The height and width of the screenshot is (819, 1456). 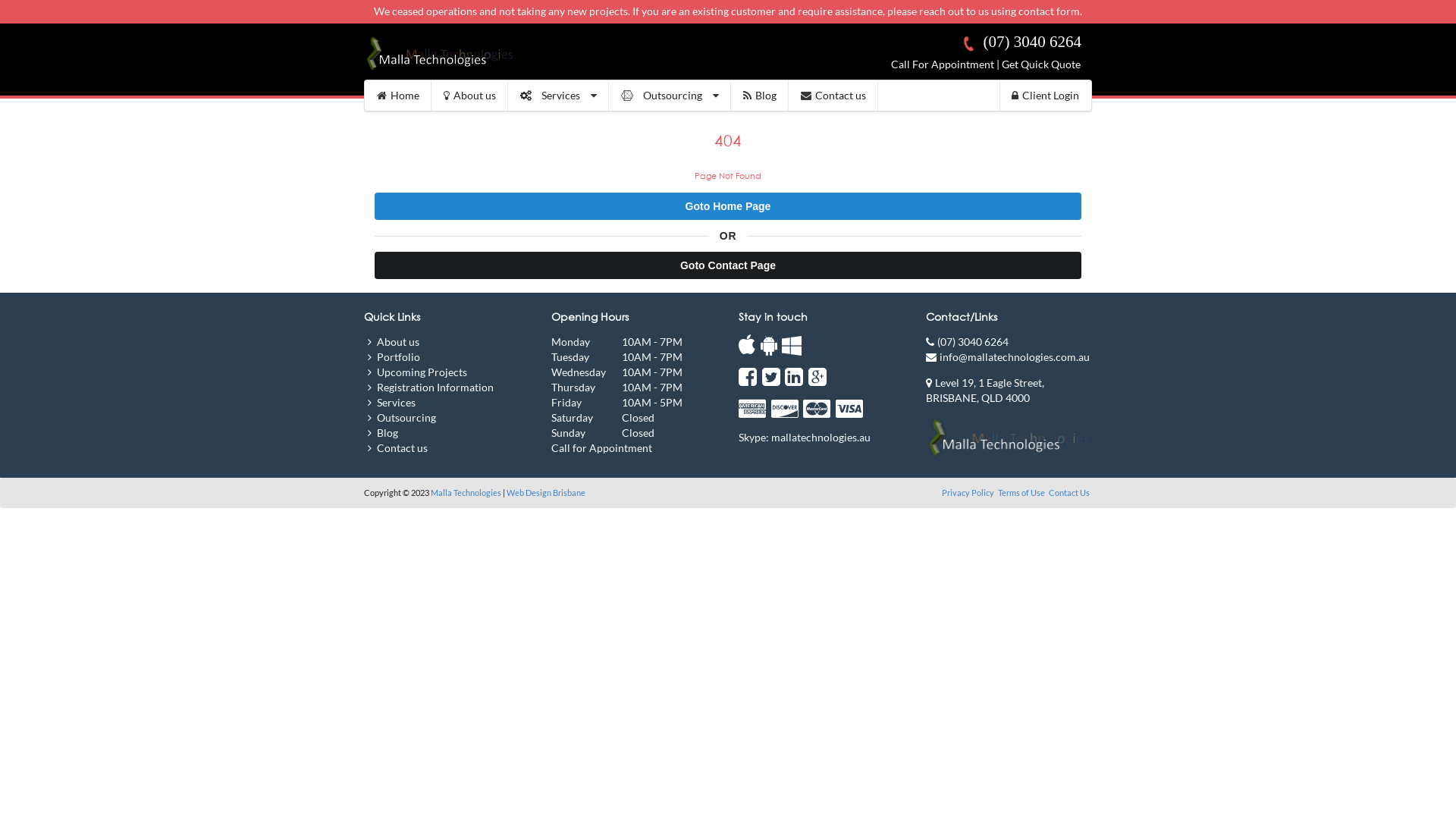 What do you see at coordinates (546, 492) in the screenshot?
I see `'Web Design Brisbane'` at bounding box center [546, 492].